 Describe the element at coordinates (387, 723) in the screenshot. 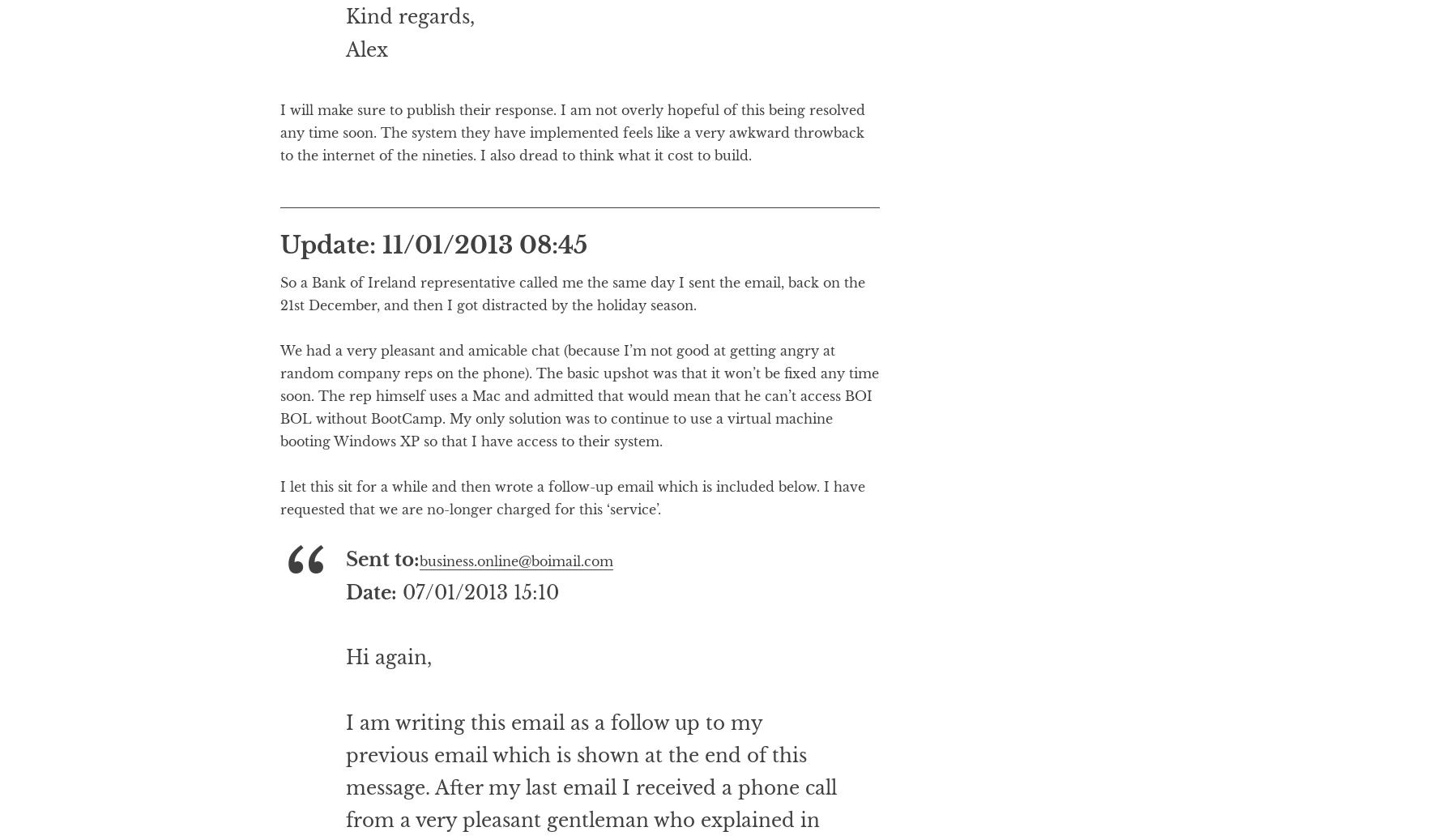

I see `'Hi again,'` at that location.